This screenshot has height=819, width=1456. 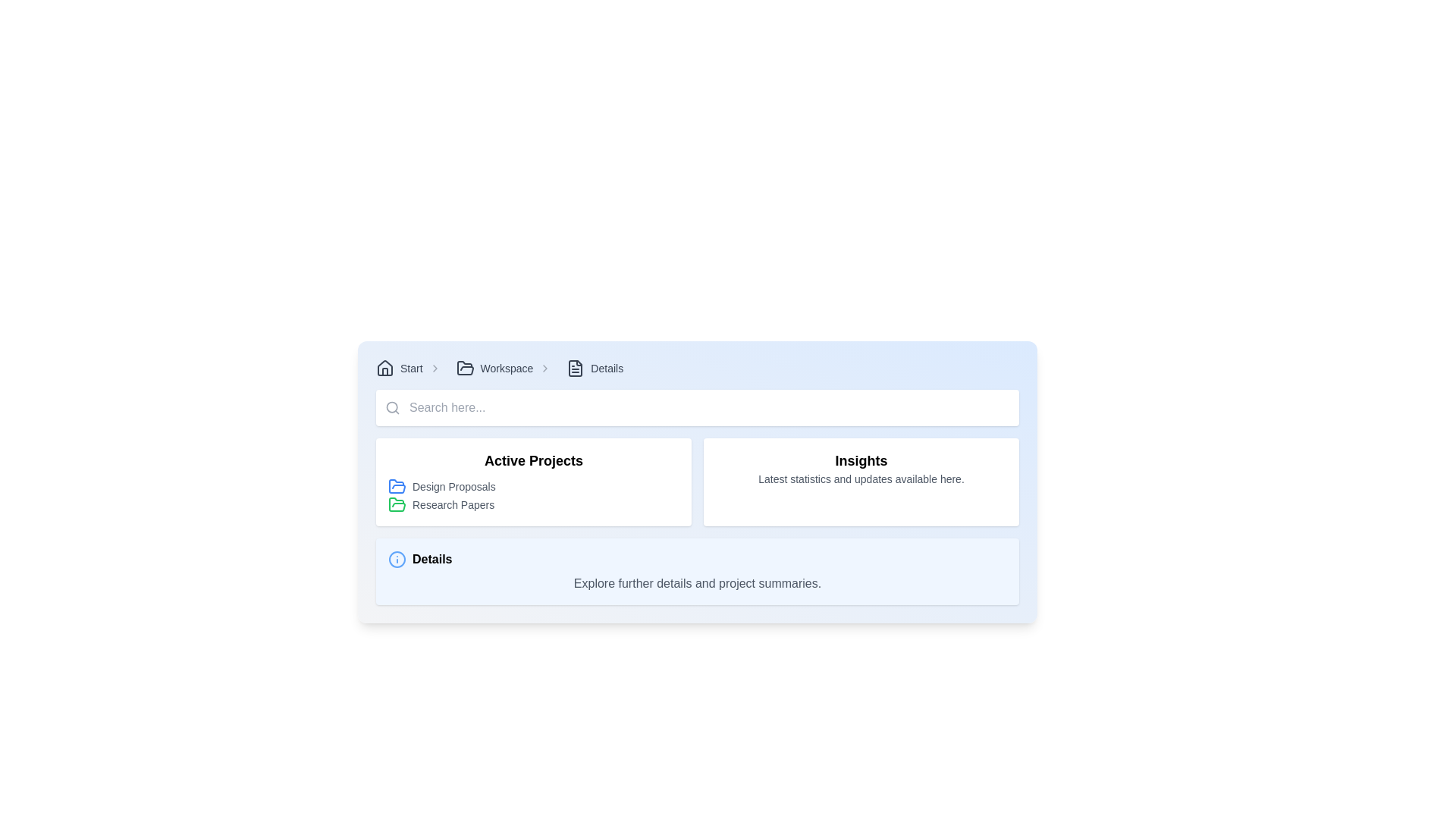 What do you see at coordinates (397, 504) in the screenshot?
I see `the Icon located in the 'Active Projects' section next to the 'Design Proposals' label as a visual aid` at bounding box center [397, 504].